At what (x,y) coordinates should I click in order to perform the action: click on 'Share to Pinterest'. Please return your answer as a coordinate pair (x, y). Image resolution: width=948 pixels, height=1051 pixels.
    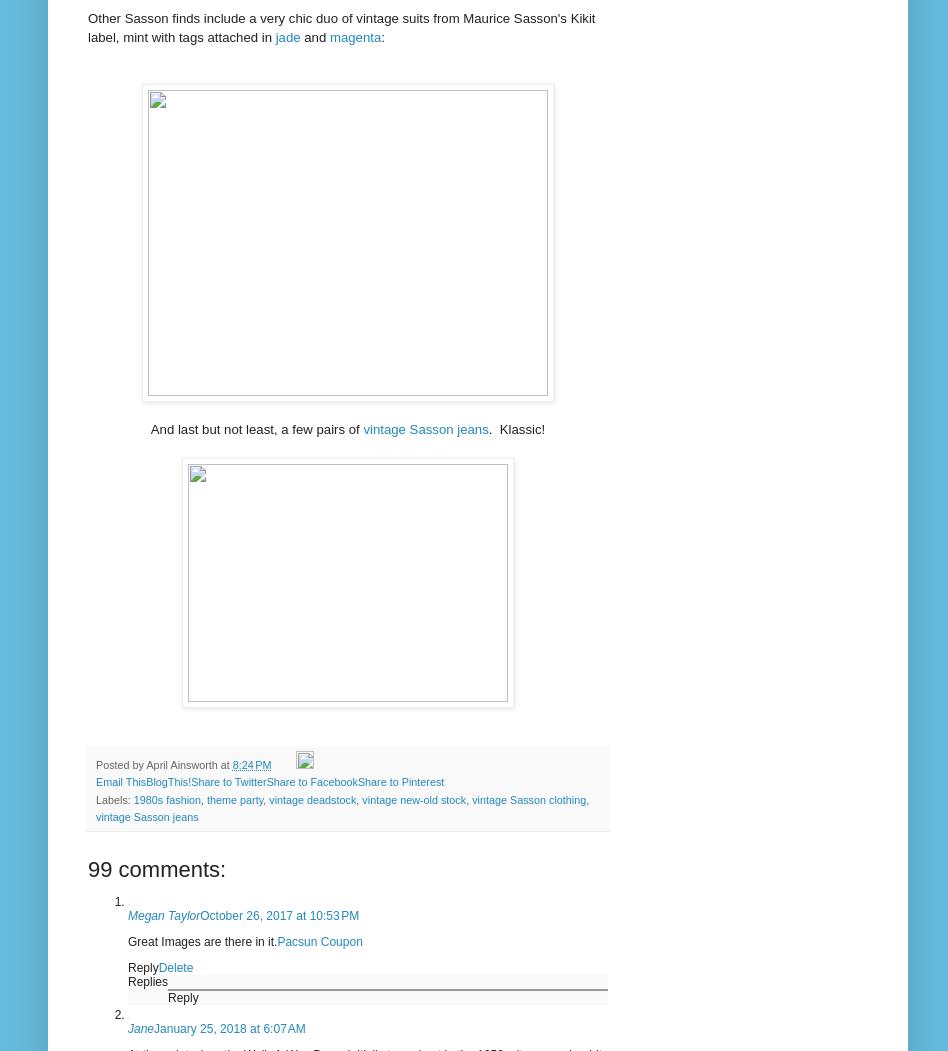
    Looking at the image, I should click on (399, 781).